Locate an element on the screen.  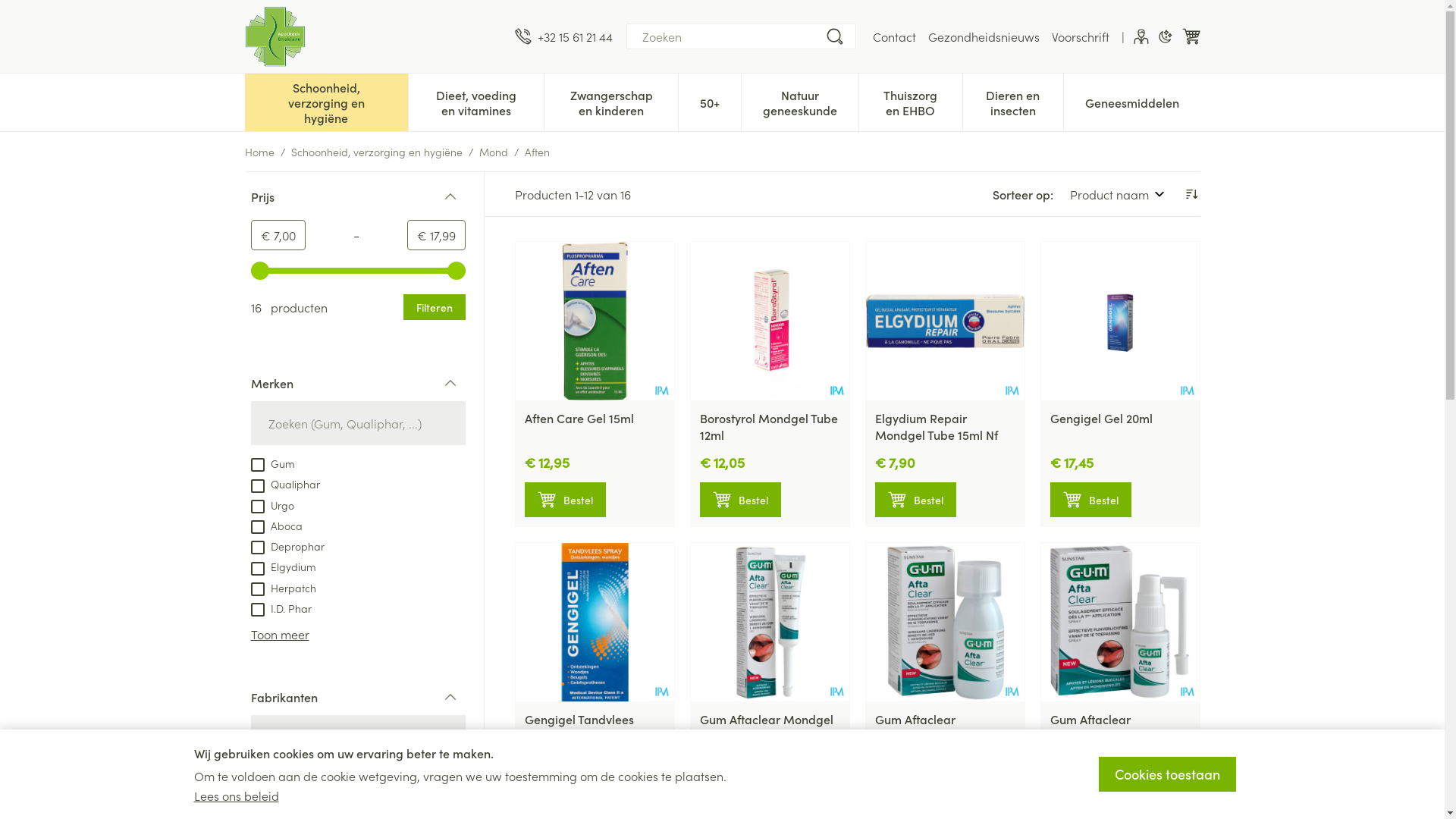
'Dieren en insecten' is located at coordinates (1012, 100).